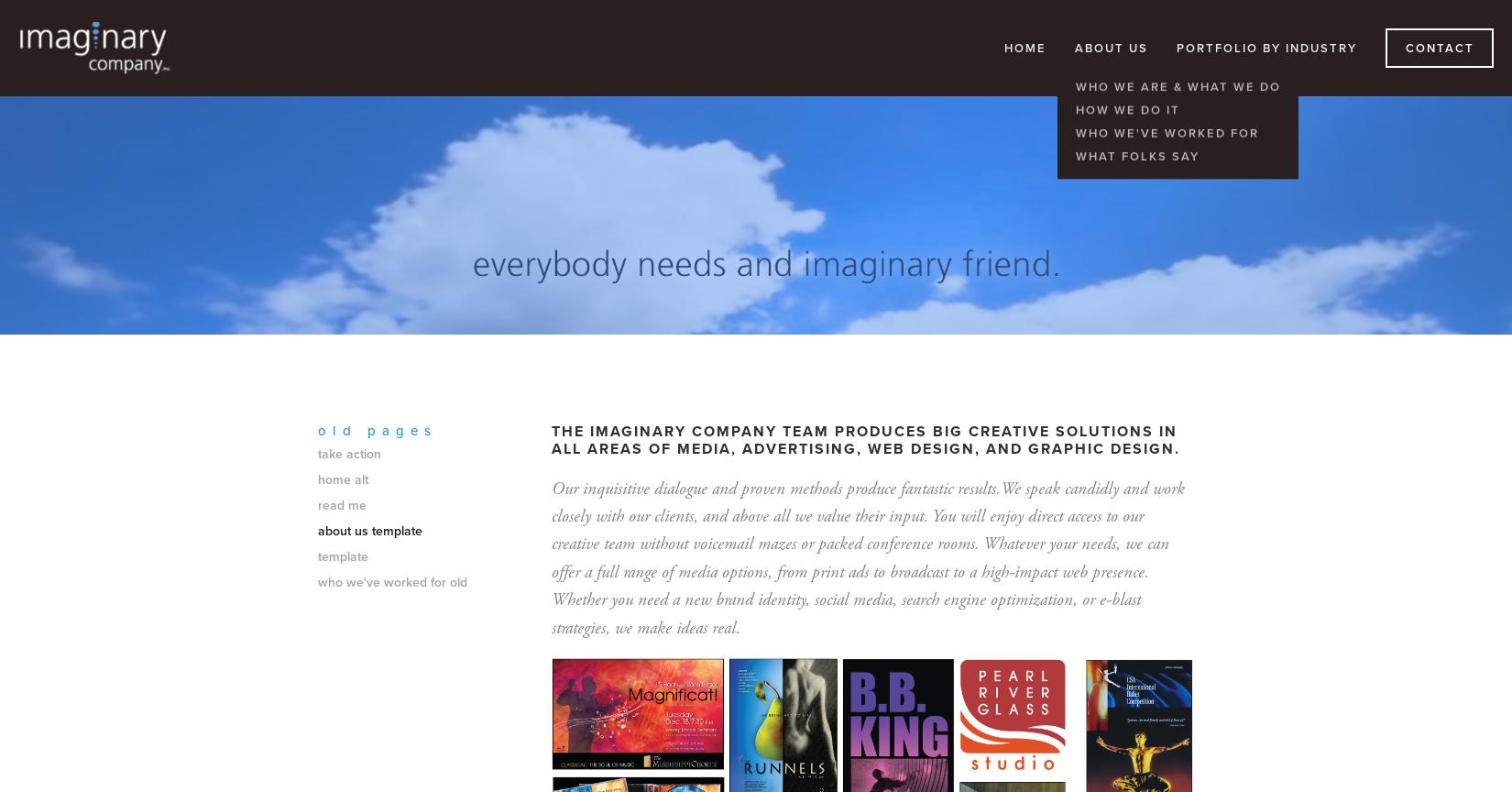  I want to click on 'Home Alt', so click(343, 478).